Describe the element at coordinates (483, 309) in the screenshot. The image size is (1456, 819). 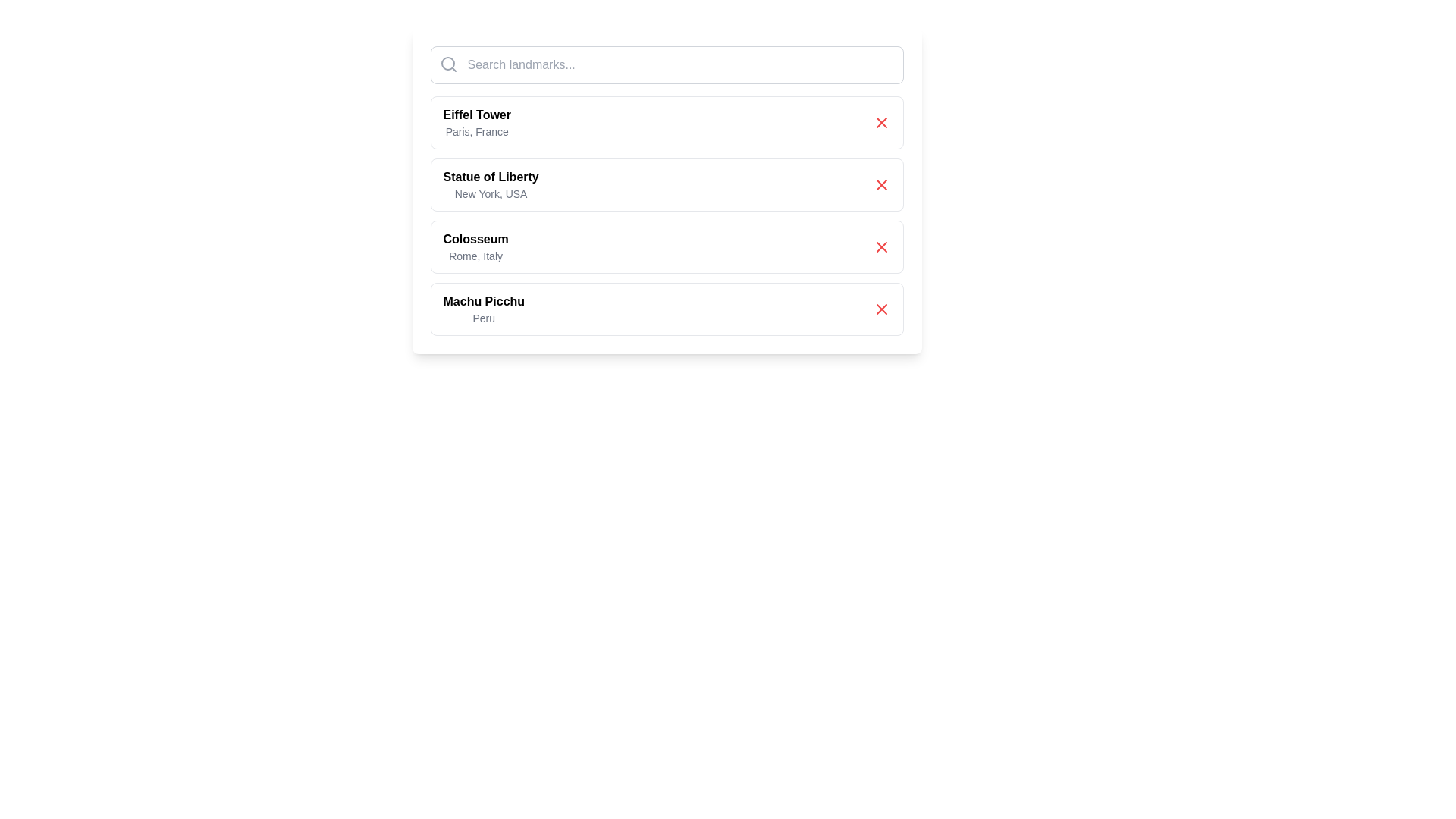
I see `the selectable list item for 'Machu Picchu'` at that location.